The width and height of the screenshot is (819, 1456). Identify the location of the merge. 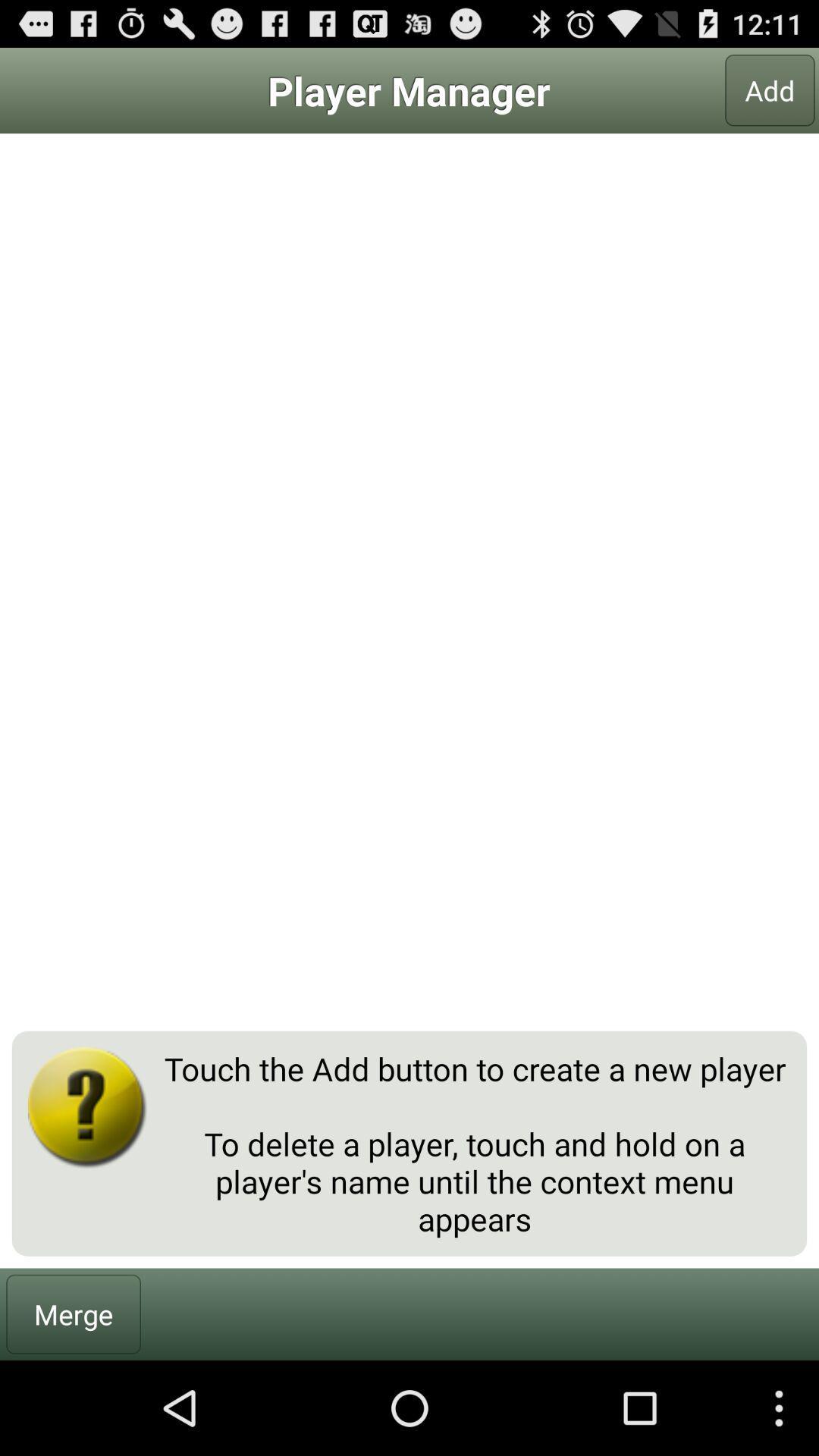
(74, 1313).